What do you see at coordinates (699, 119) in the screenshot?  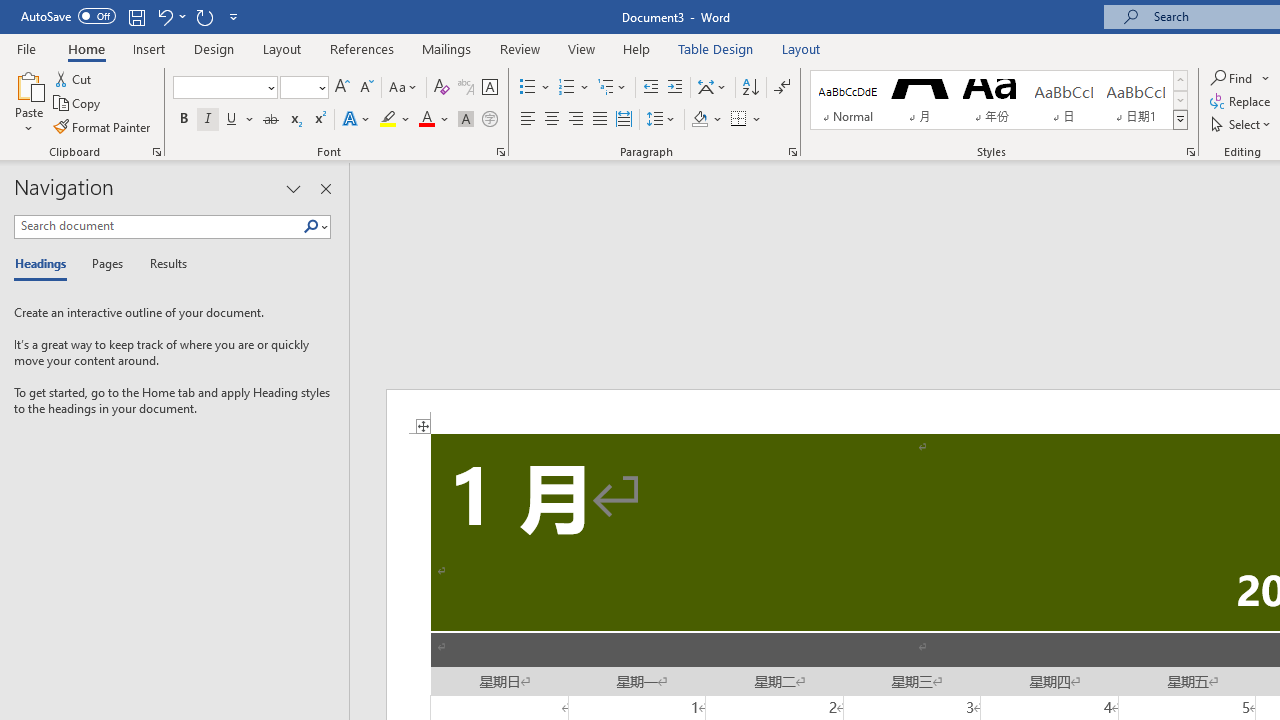 I see `'Shading RGB(0, 0, 0)'` at bounding box center [699, 119].